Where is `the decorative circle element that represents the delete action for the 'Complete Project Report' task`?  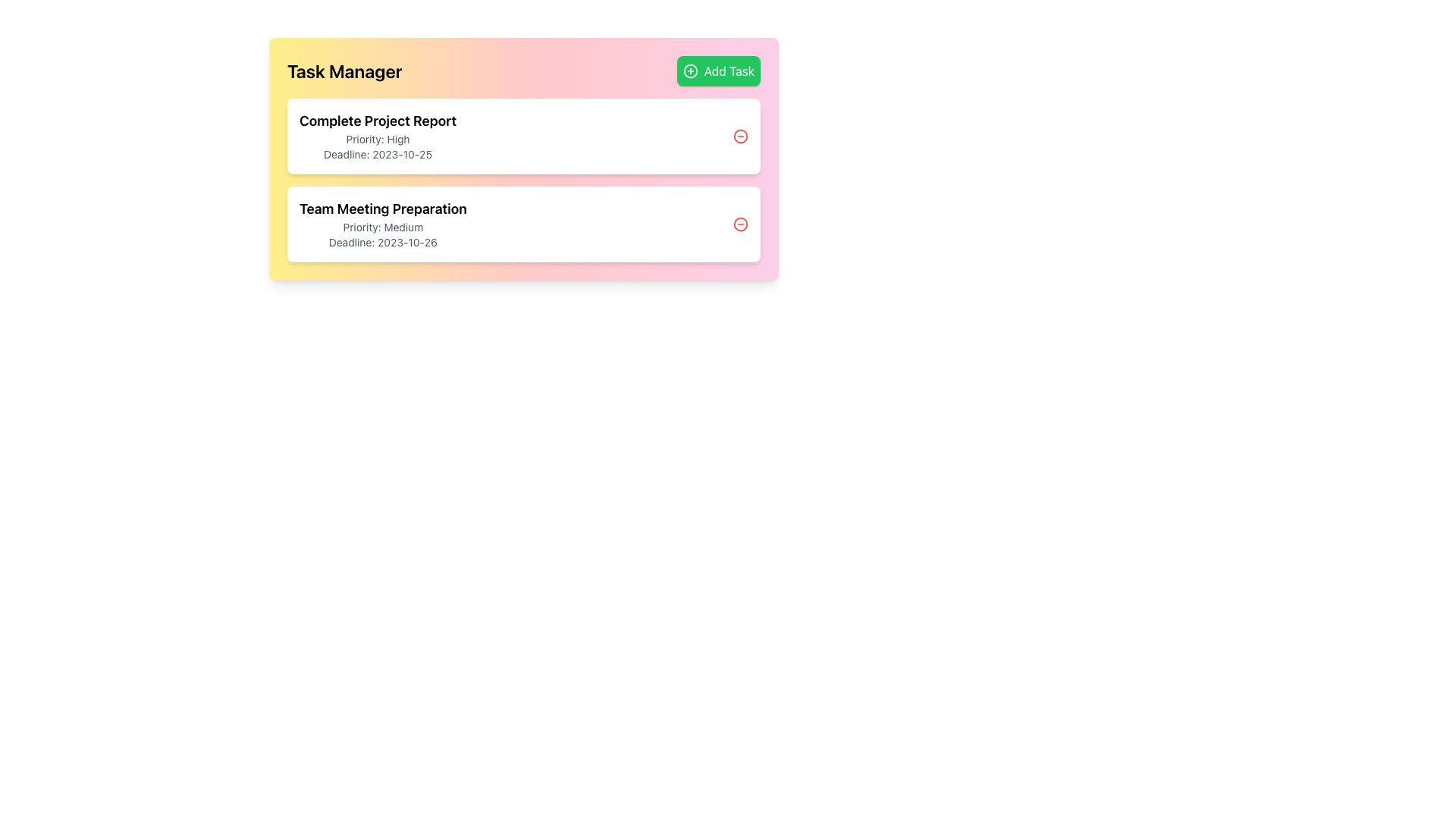 the decorative circle element that represents the delete action for the 'Complete Project Report' task is located at coordinates (741, 136).